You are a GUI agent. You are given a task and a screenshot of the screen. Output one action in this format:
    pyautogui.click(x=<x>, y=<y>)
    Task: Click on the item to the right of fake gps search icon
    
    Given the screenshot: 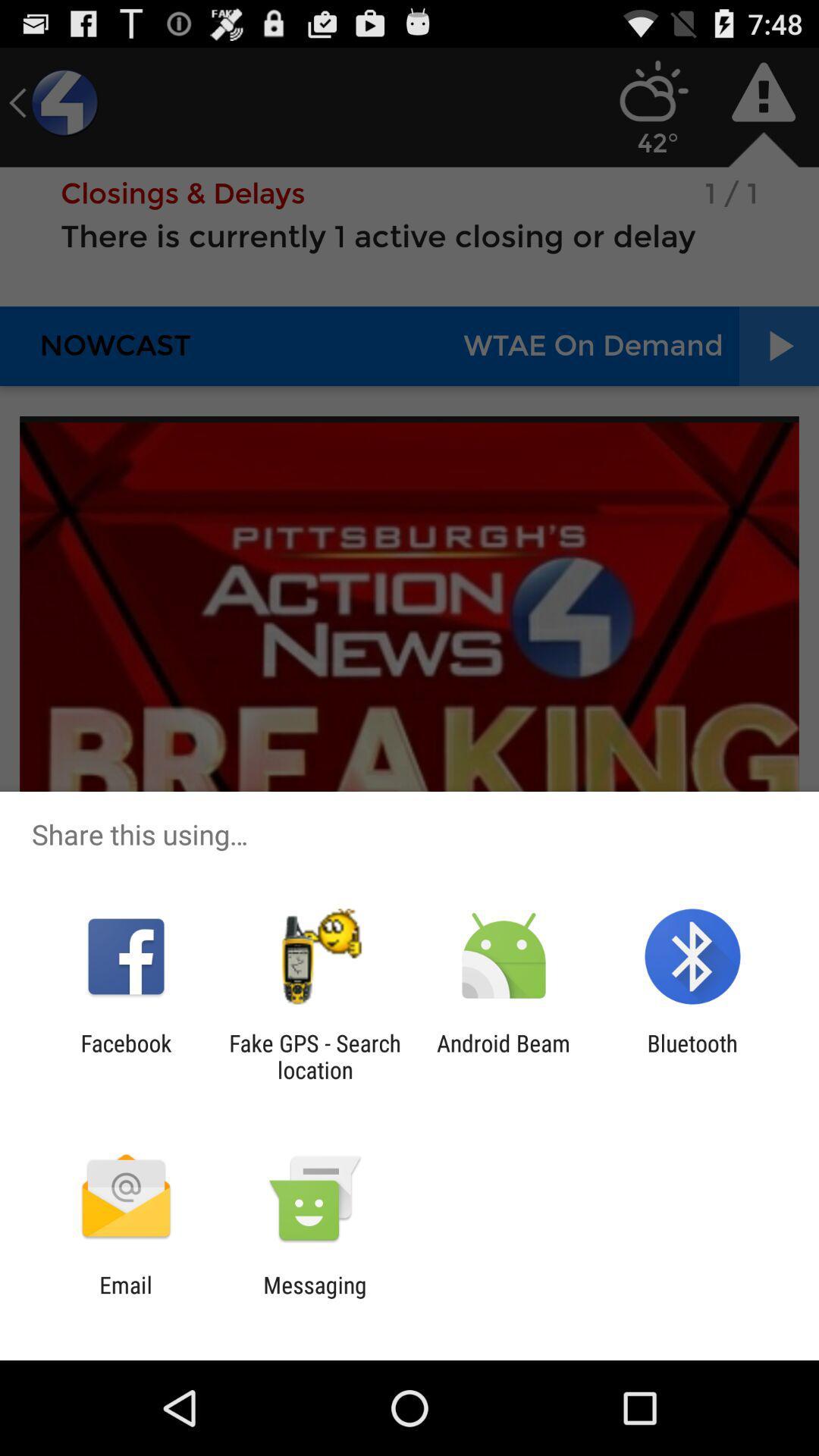 What is the action you would take?
    pyautogui.click(x=504, y=1056)
    